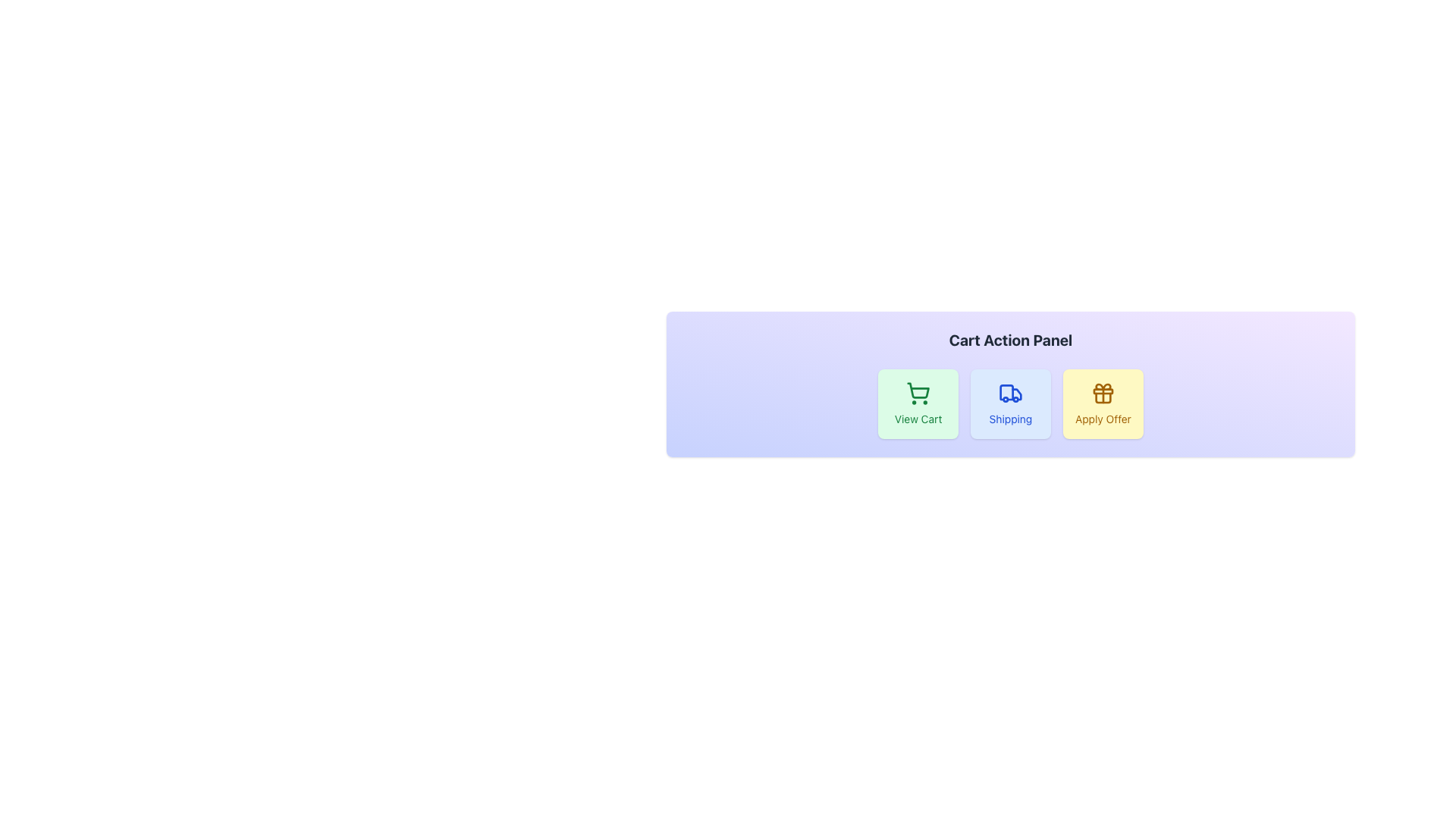 This screenshot has width=1456, height=819. I want to click on the rightmost button in the 'Cart Action Panel', so click(1103, 403).